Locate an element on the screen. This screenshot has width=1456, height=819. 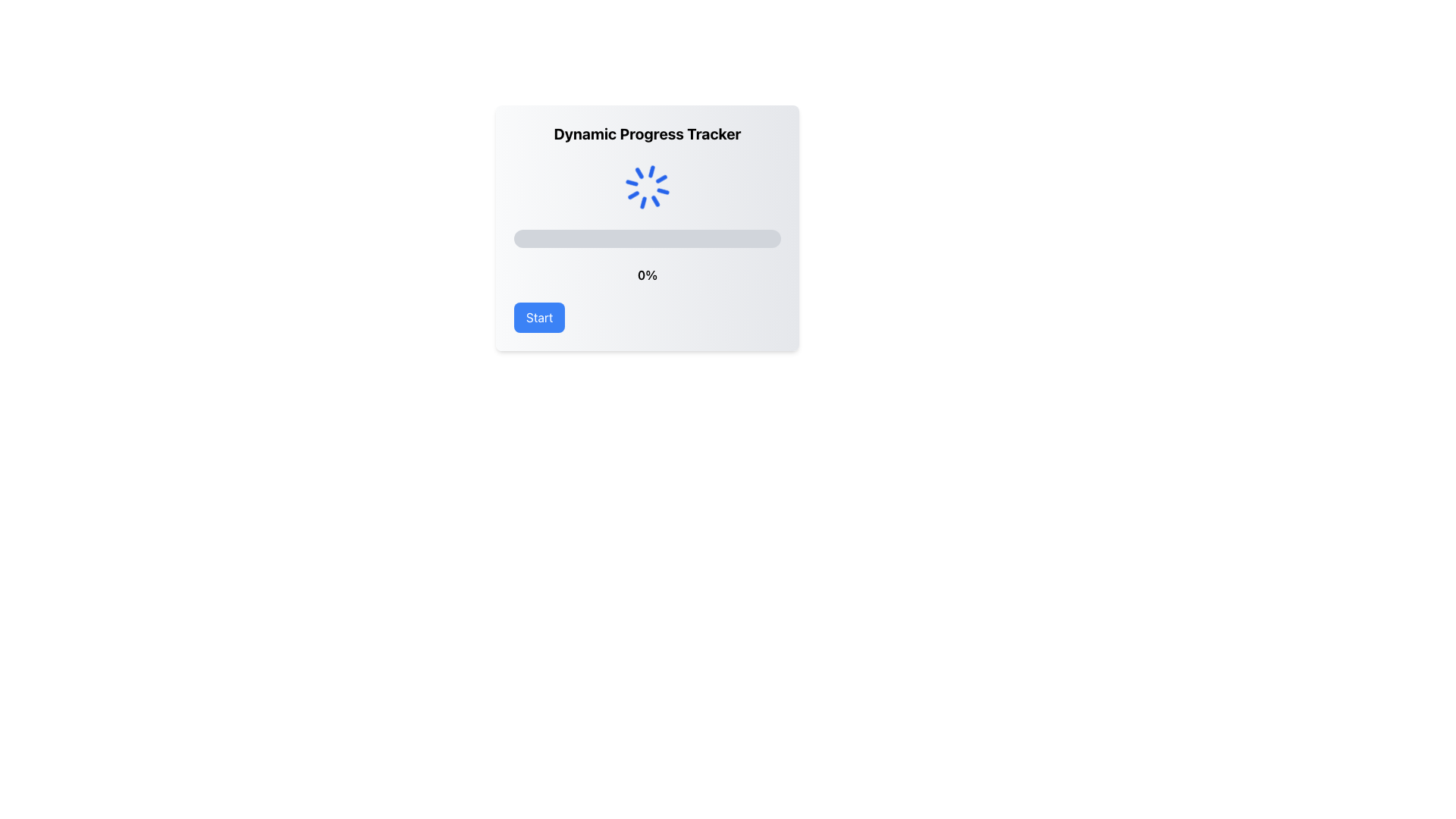
the fifth vertical component of the spinner graphic, which is located at the center of the card and indicates a loading state is located at coordinates (642, 171).